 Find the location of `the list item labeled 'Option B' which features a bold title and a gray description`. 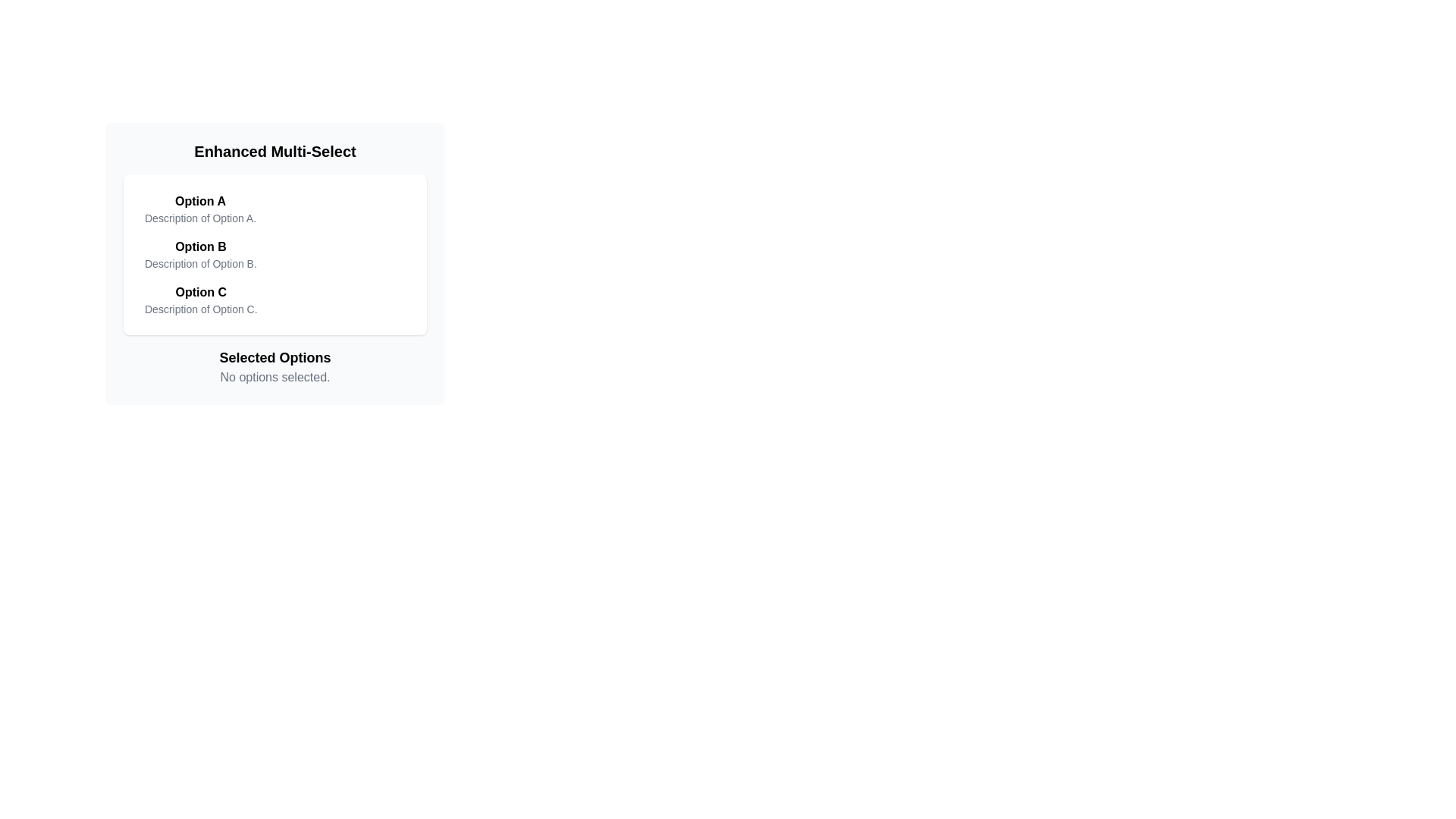

the list item labeled 'Option B' which features a bold title and a gray description is located at coordinates (275, 253).